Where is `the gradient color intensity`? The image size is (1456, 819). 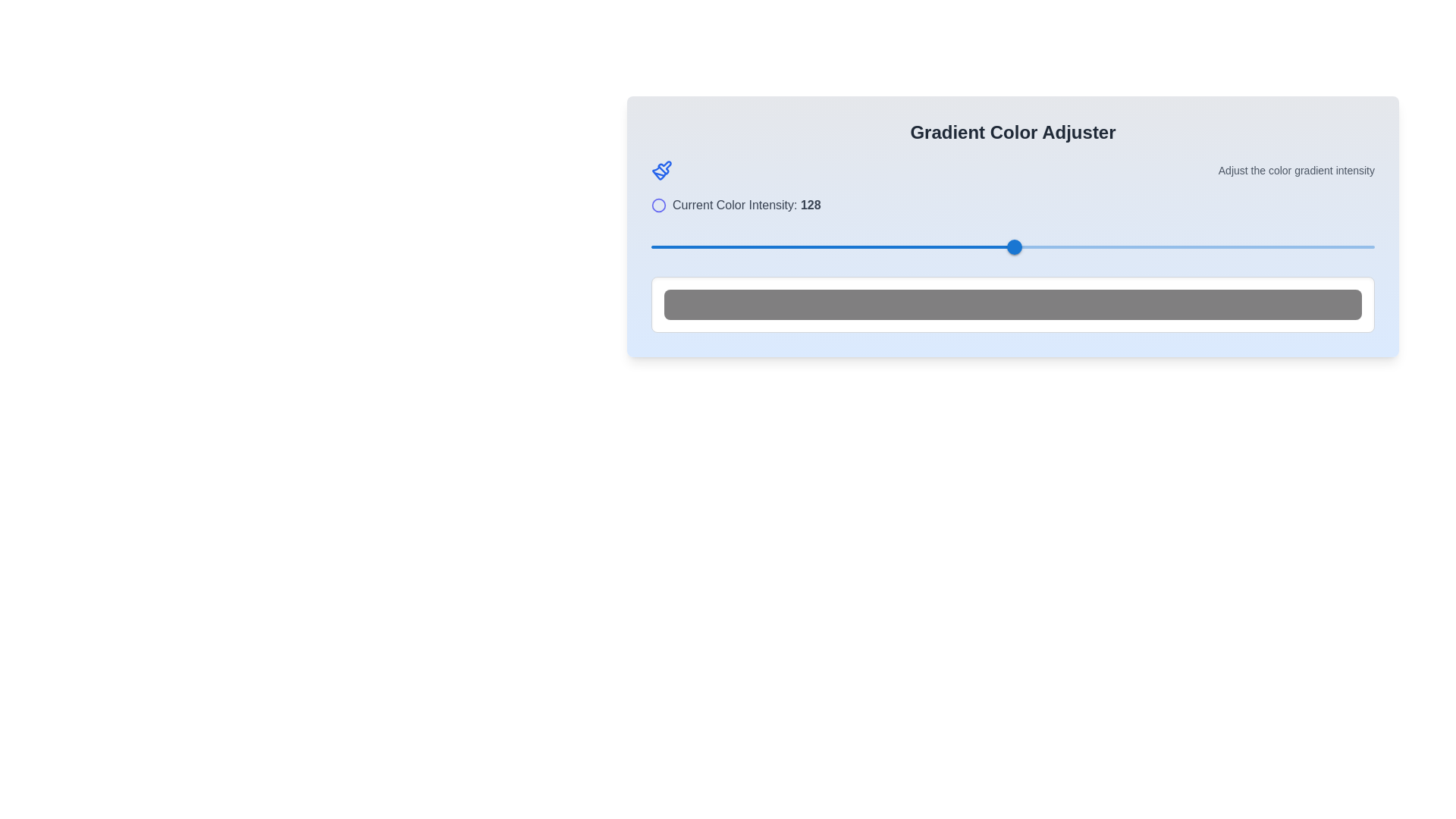
the gradient color intensity is located at coordinates (687, 246).